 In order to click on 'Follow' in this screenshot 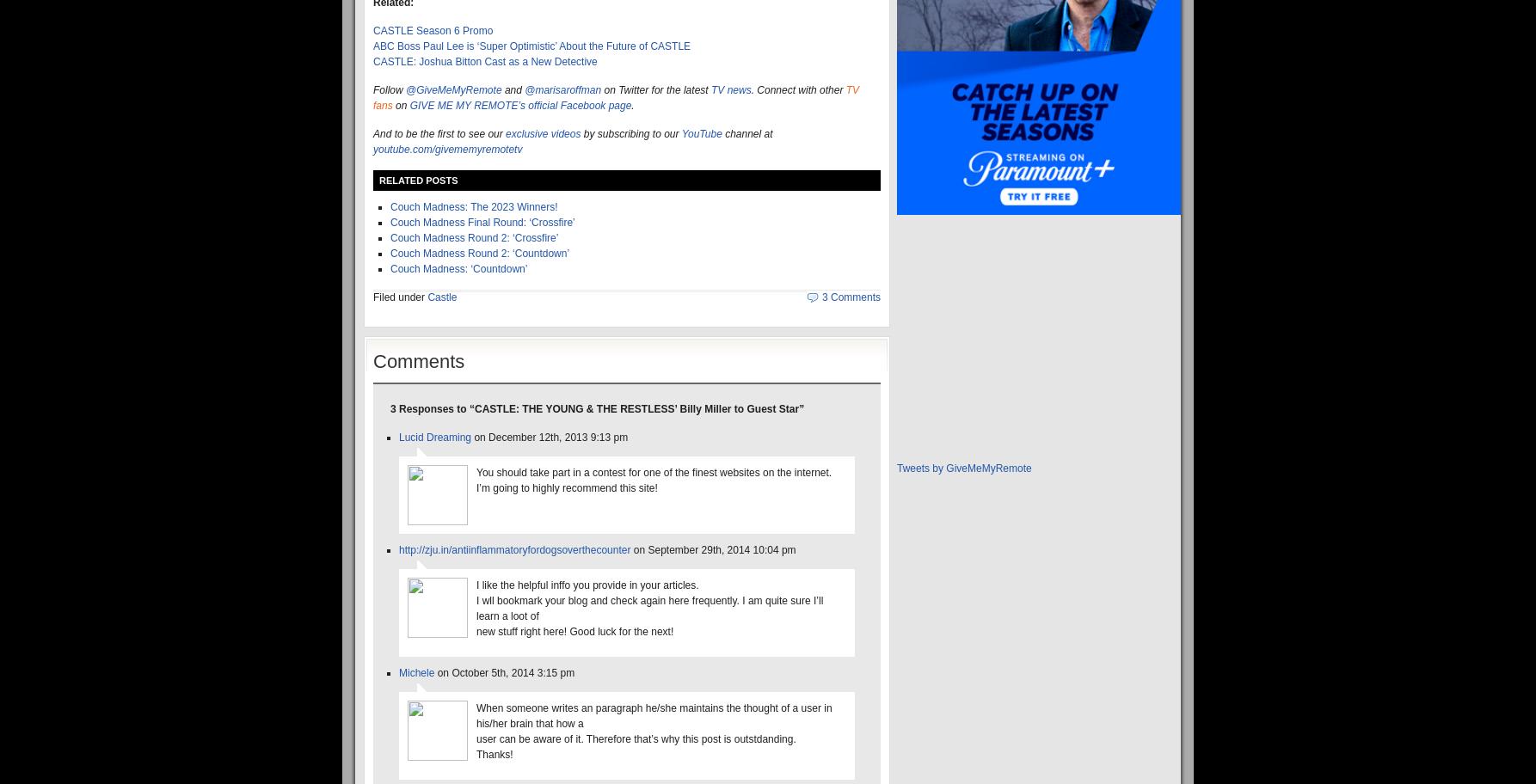, I will do `click(388, 89)`.